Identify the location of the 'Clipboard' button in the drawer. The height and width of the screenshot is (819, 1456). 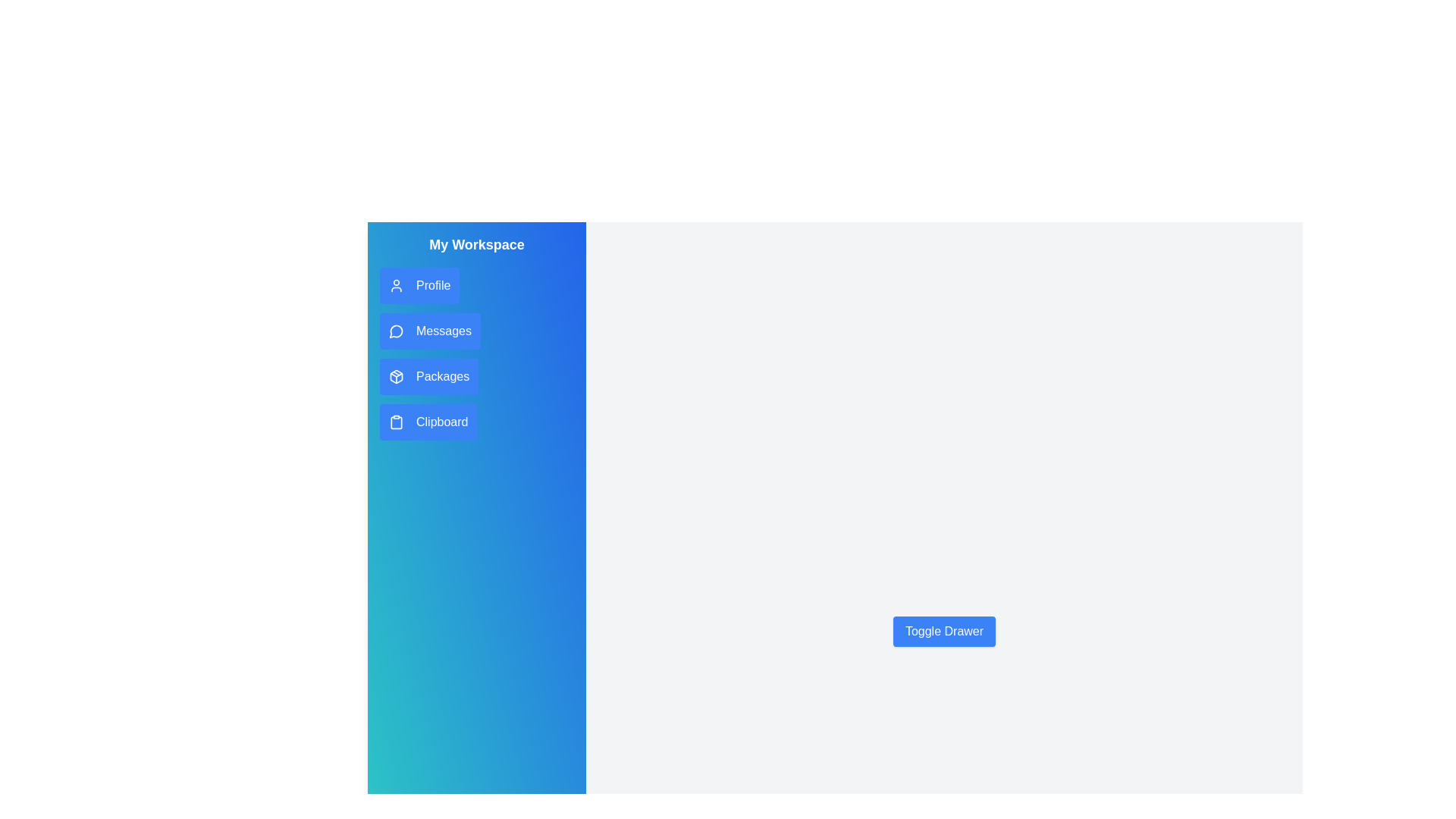
(428, 422).